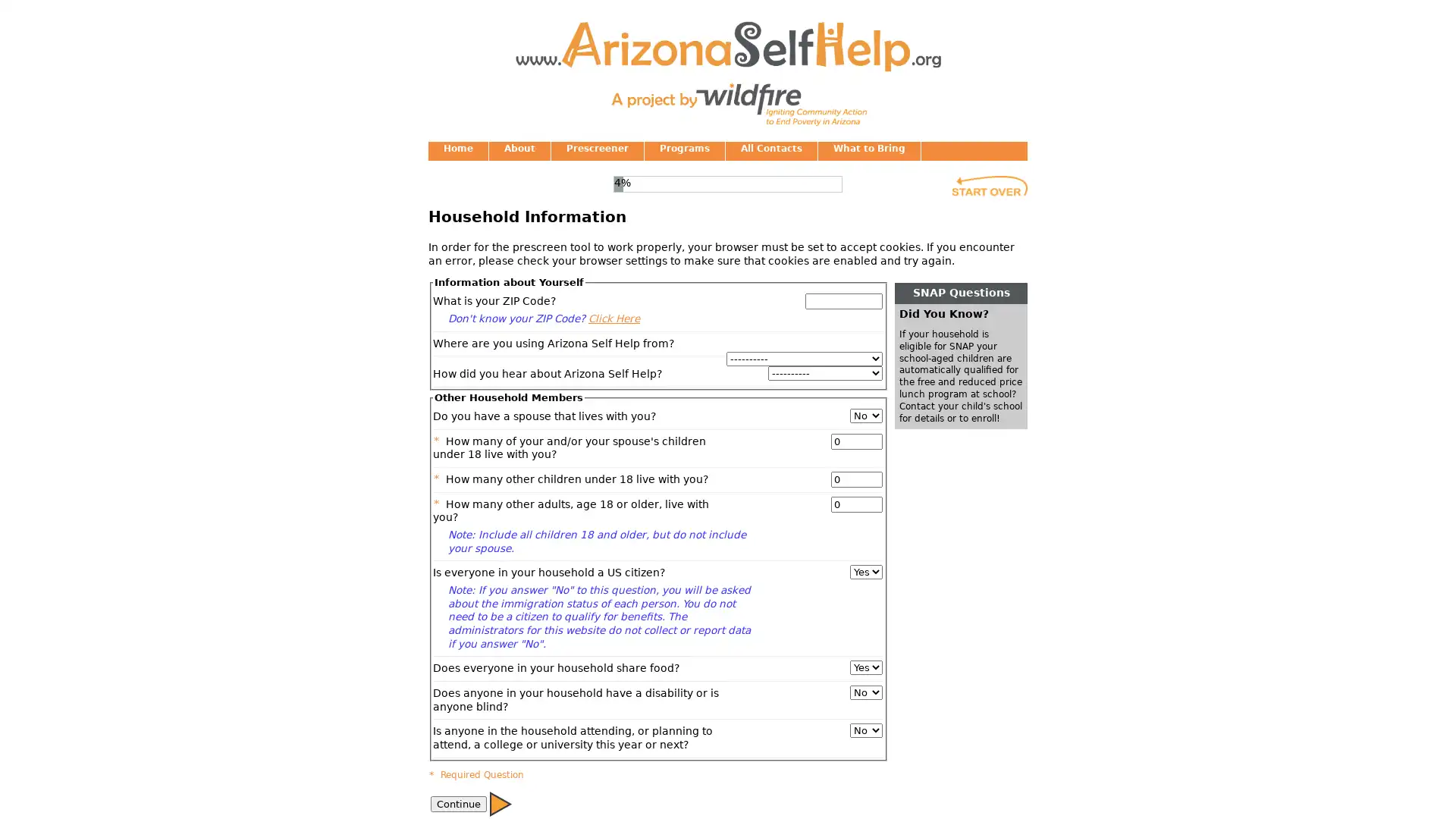 Image resolution: width=1456 pixels, height=819 pixels. I want to click on Continue, so click(457, 802).